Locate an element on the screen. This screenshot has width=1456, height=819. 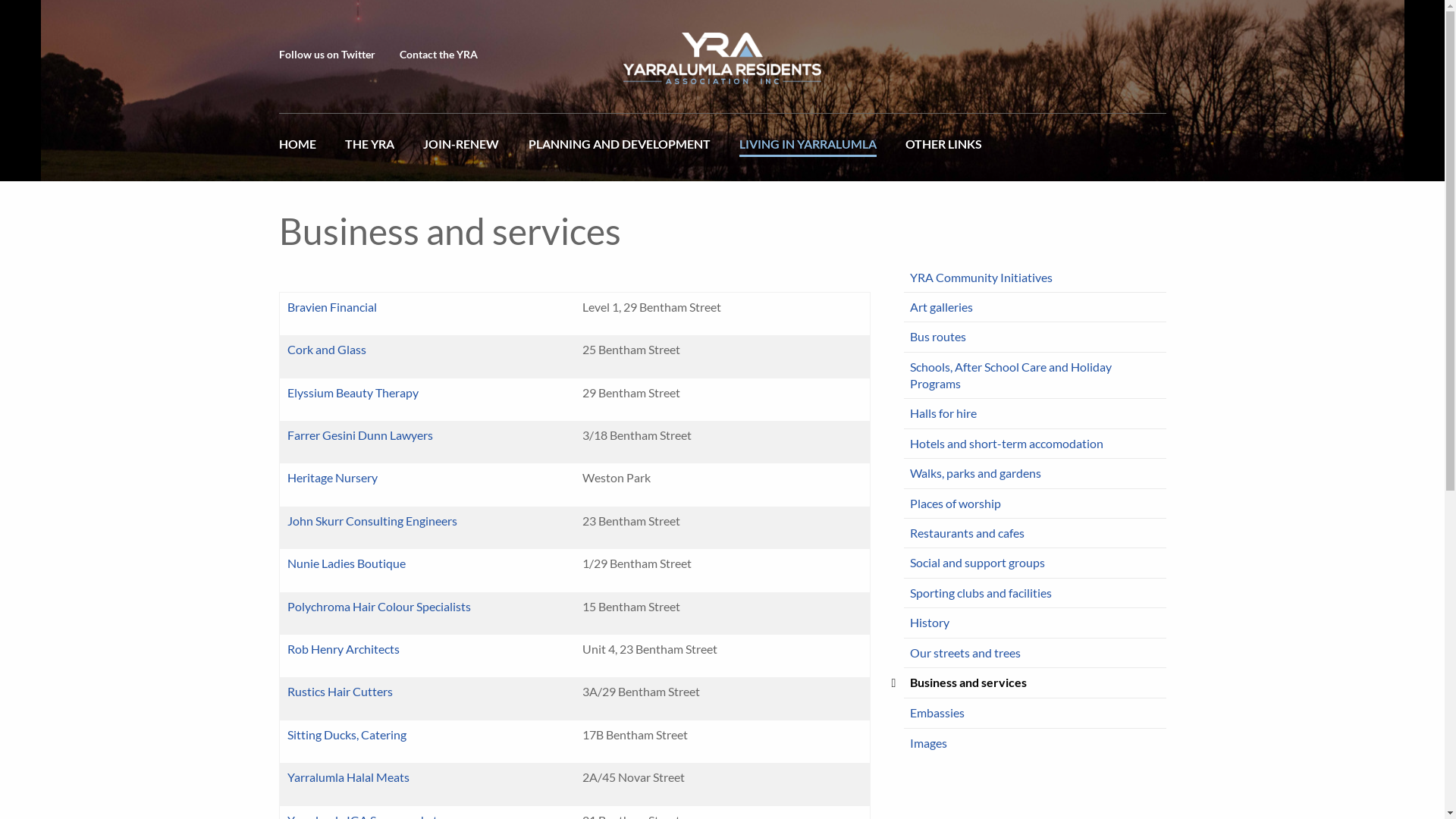
'THE YRA' is located at coordinates (369, 147).